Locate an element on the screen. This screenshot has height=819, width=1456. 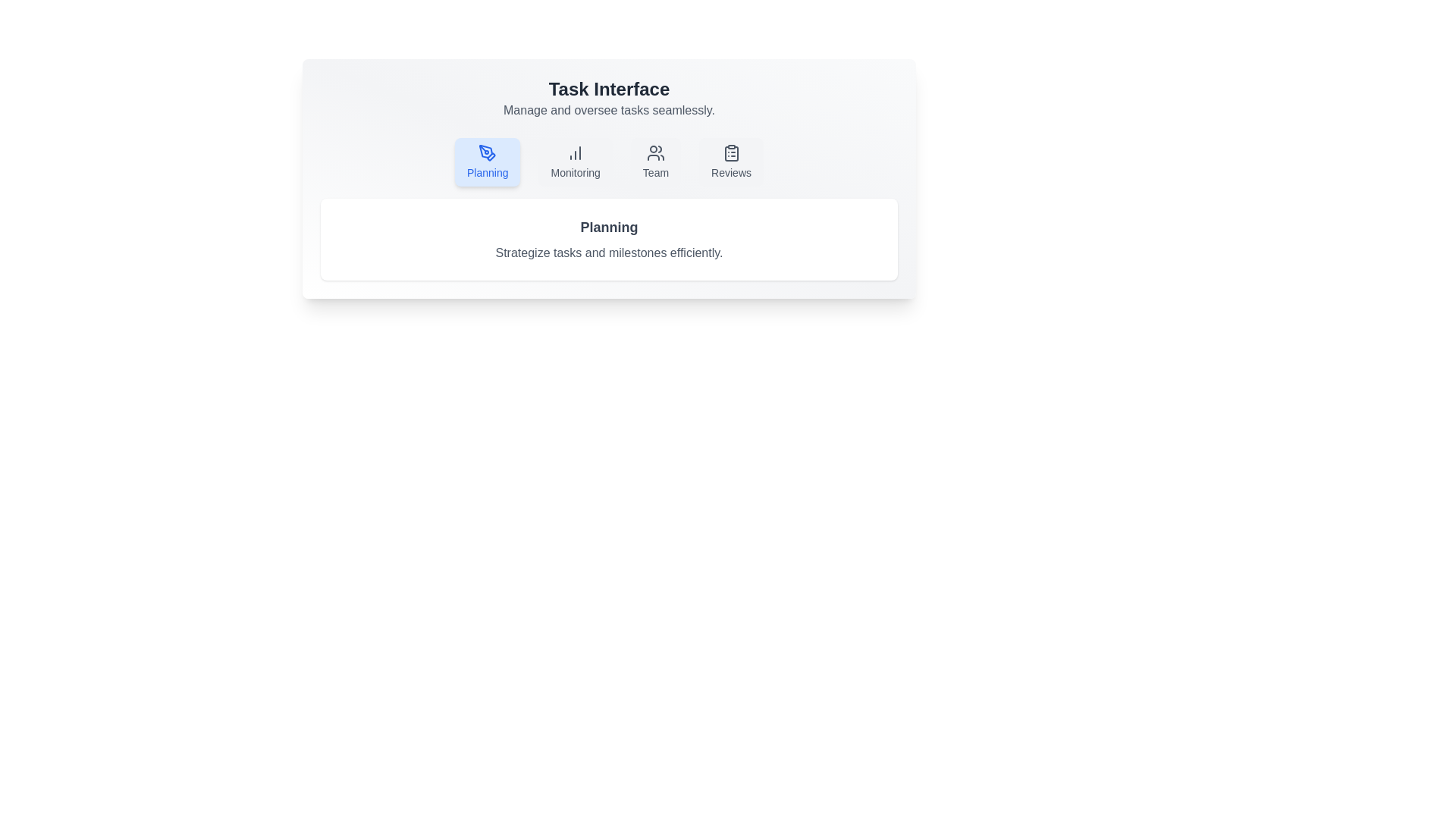
the Monitoring tab to navigate to its content is located at coordinates (574, 162).